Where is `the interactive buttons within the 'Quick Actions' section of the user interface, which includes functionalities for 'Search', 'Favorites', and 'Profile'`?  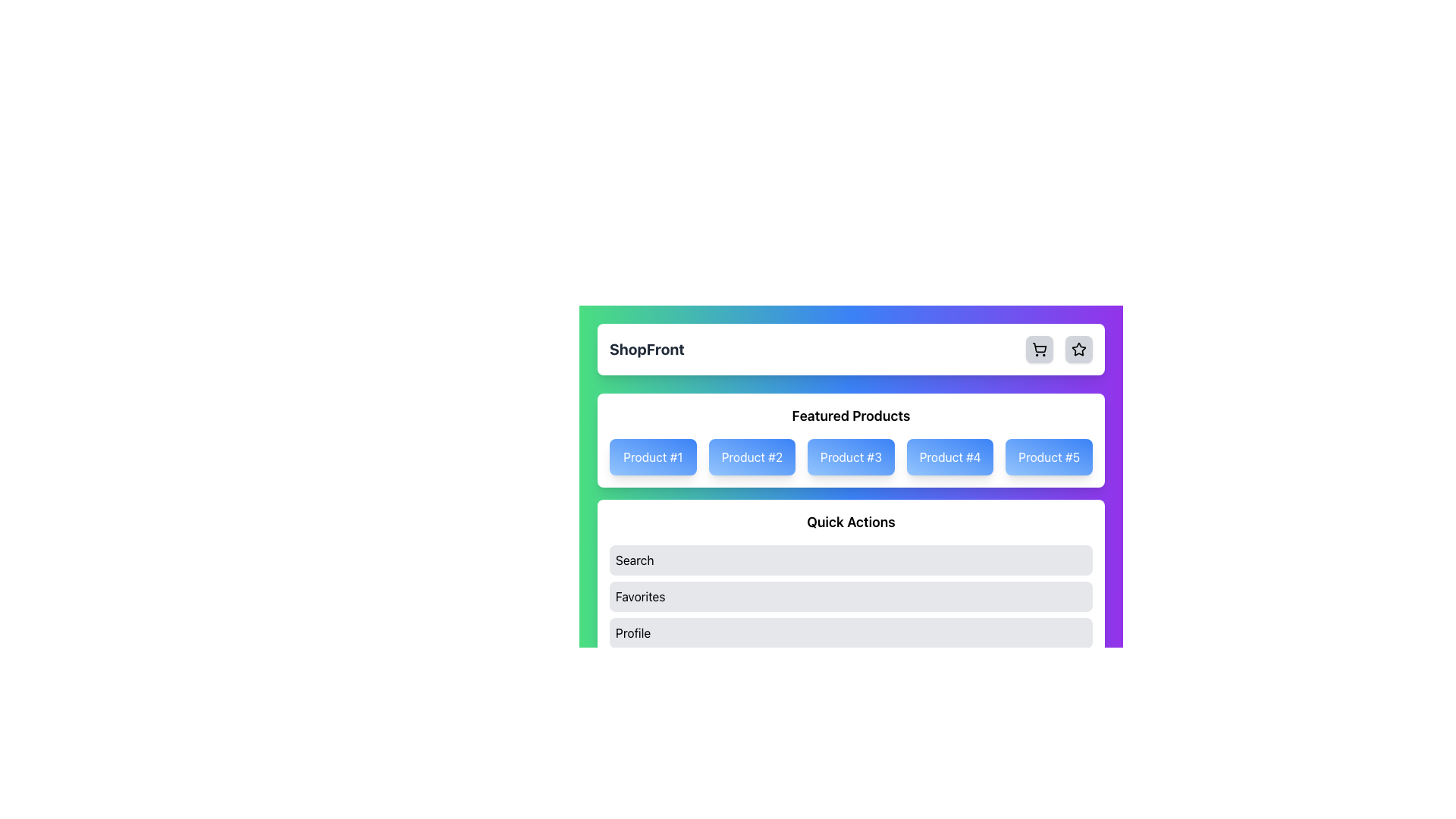
the interactive buttons within the 'Quick Actions' section of the user interface, which includes functionalities for 'Search', 'Favorites', and 'Profile' is located at coordinates (851, 579).